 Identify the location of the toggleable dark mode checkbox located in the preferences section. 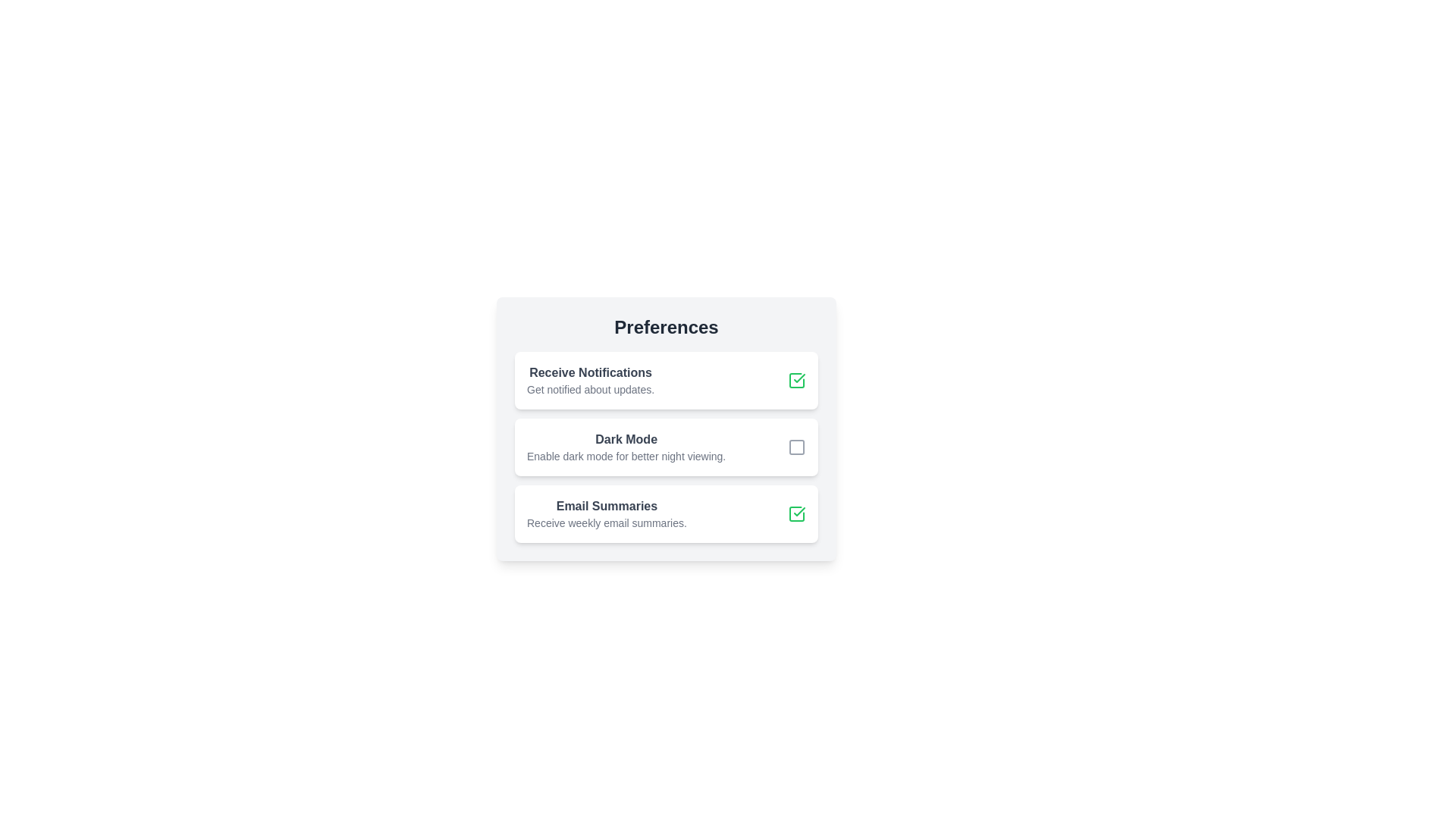
(666, 447).